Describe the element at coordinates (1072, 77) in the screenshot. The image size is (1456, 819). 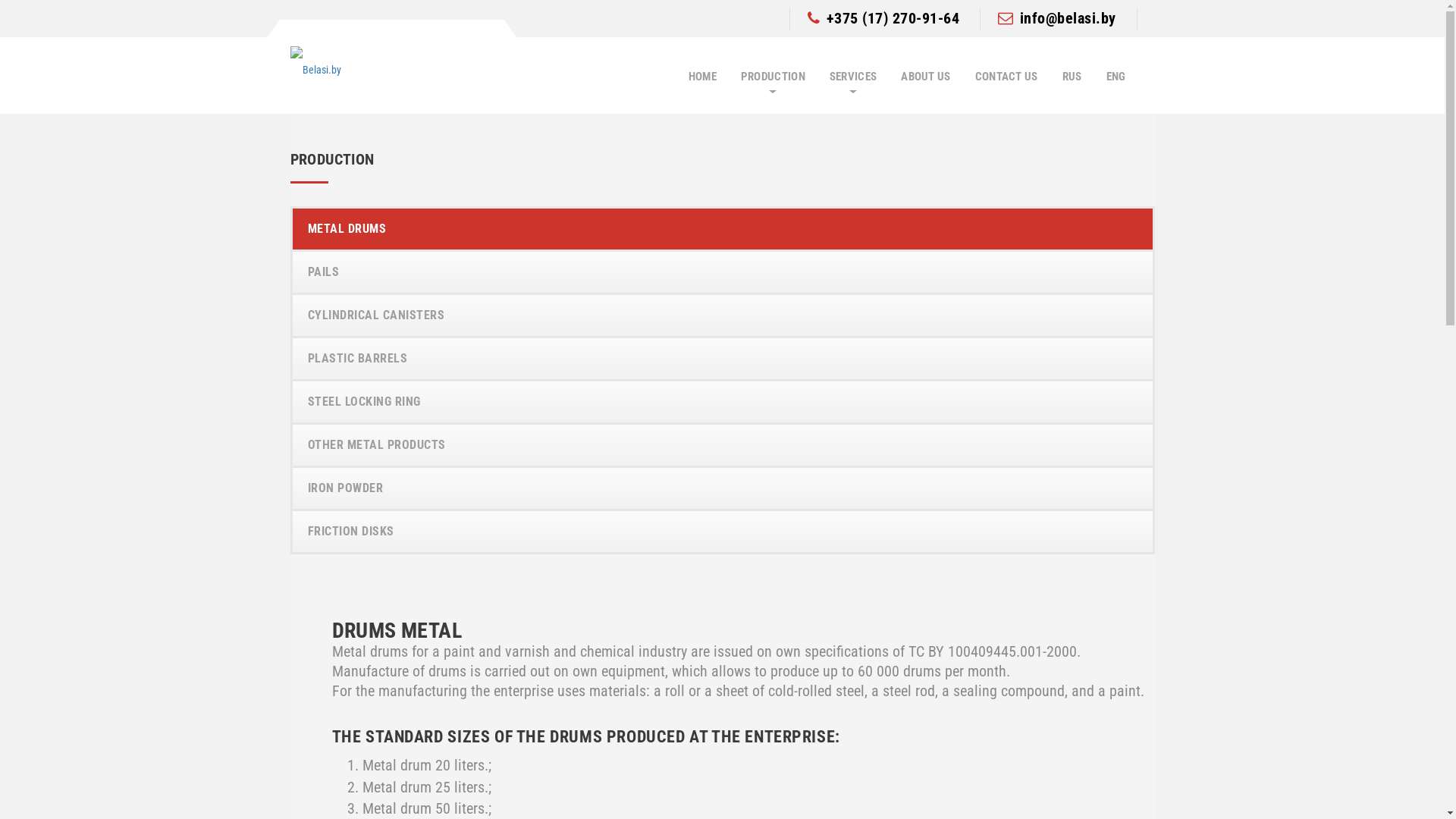
I see `'RUS'` at that location.